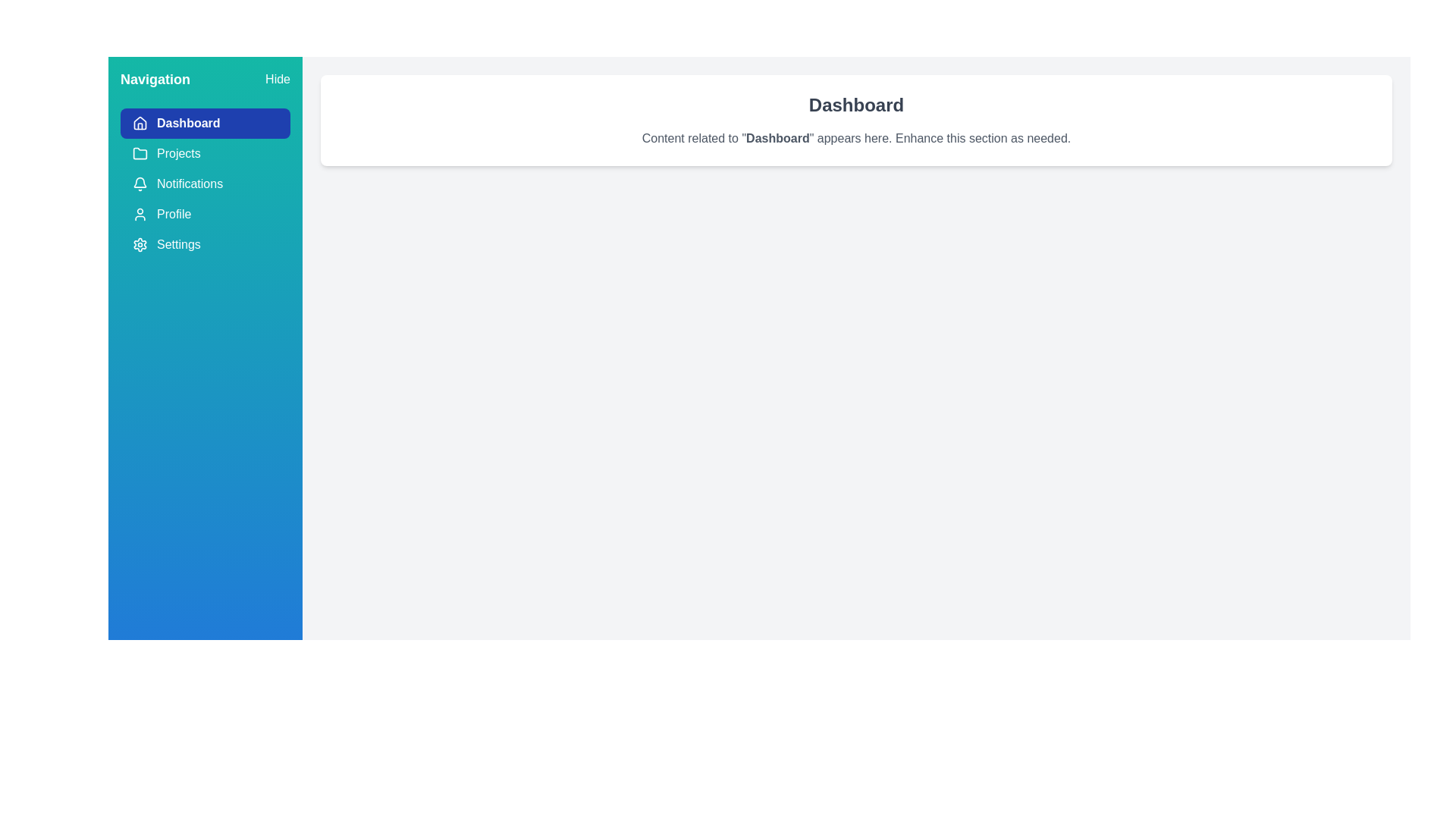  I want to click on the menu item Dashboard from the drawer, so click(204, 122).